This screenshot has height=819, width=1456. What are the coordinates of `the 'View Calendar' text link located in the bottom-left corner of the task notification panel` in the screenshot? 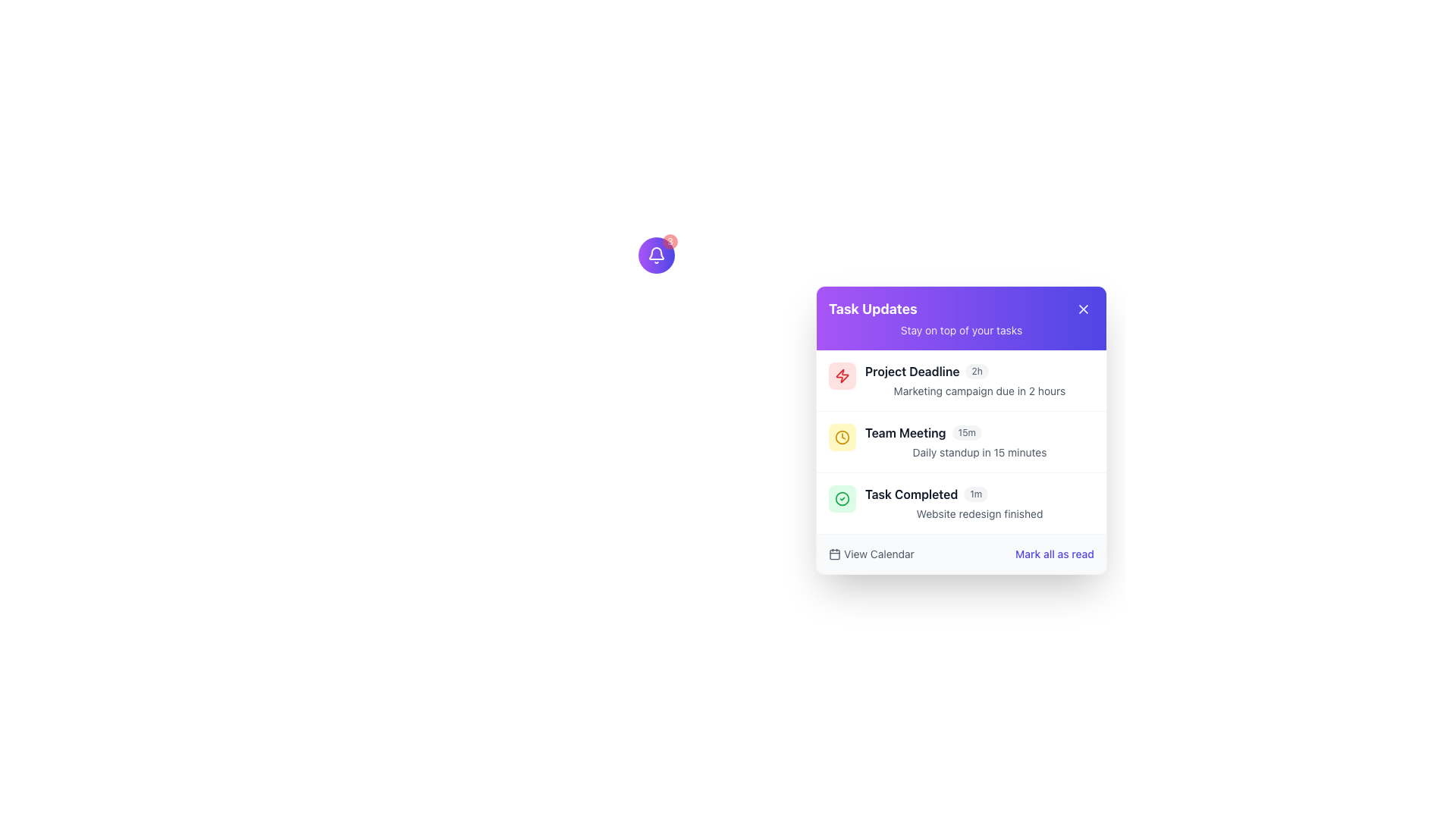 It's located at (879, 554).